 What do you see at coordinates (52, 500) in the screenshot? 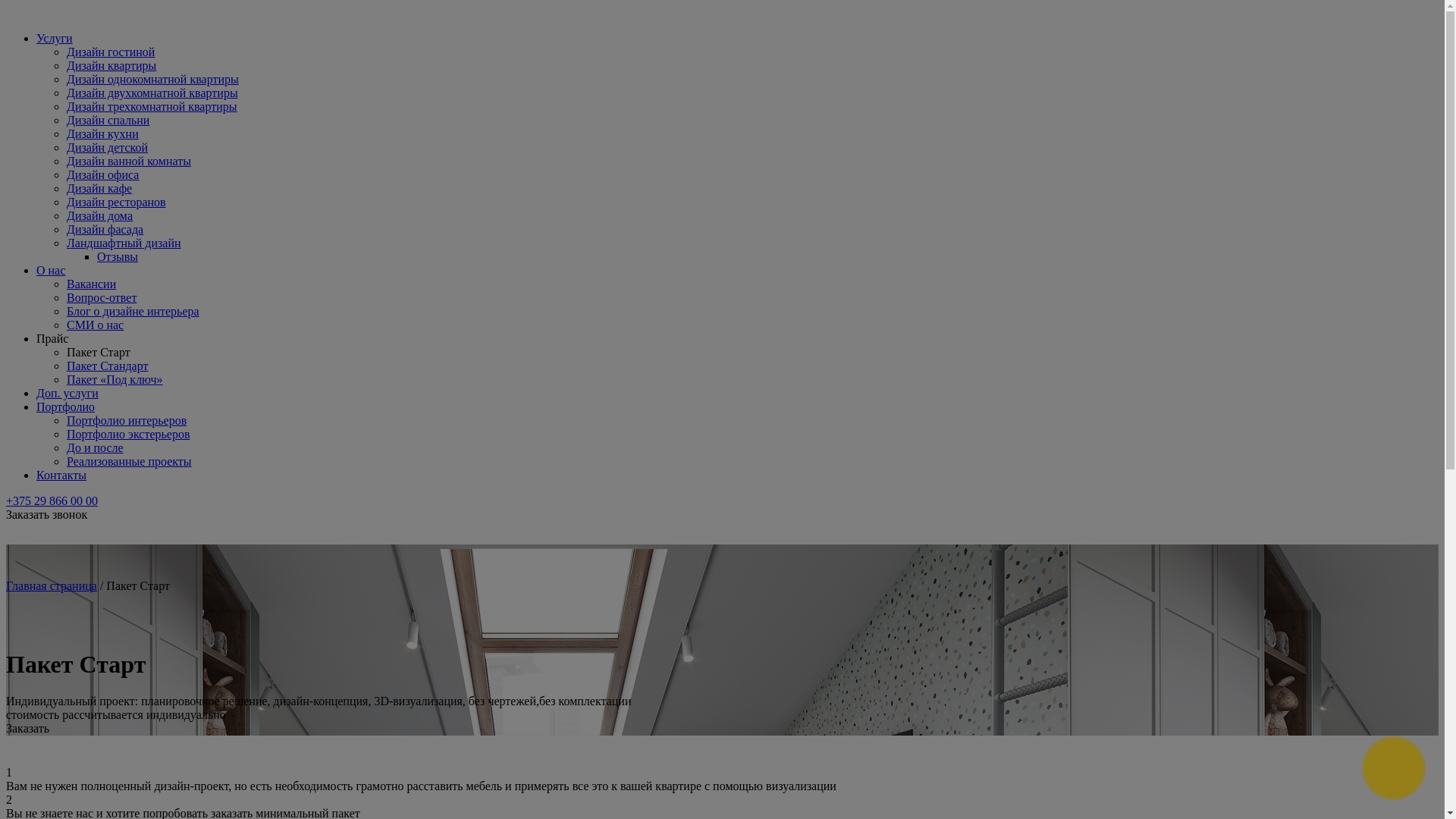
I see `'+375 29 866 00 00'` at bounding box center [52, 500].